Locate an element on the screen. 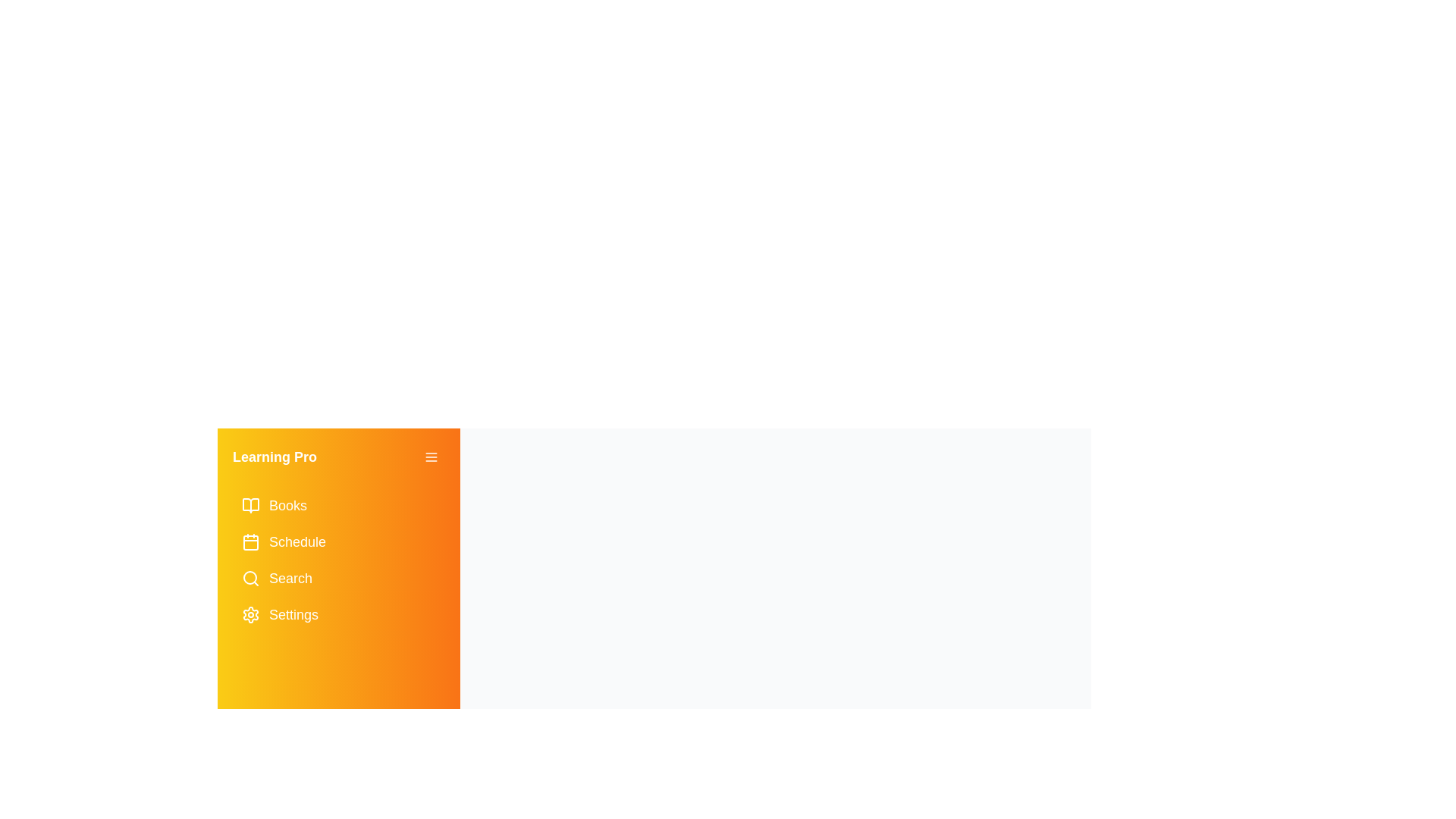 Image resolution: width=1456 pixels, height=819 pixels. the Search navigation item in the drawer is located at coordinates (337, 579).